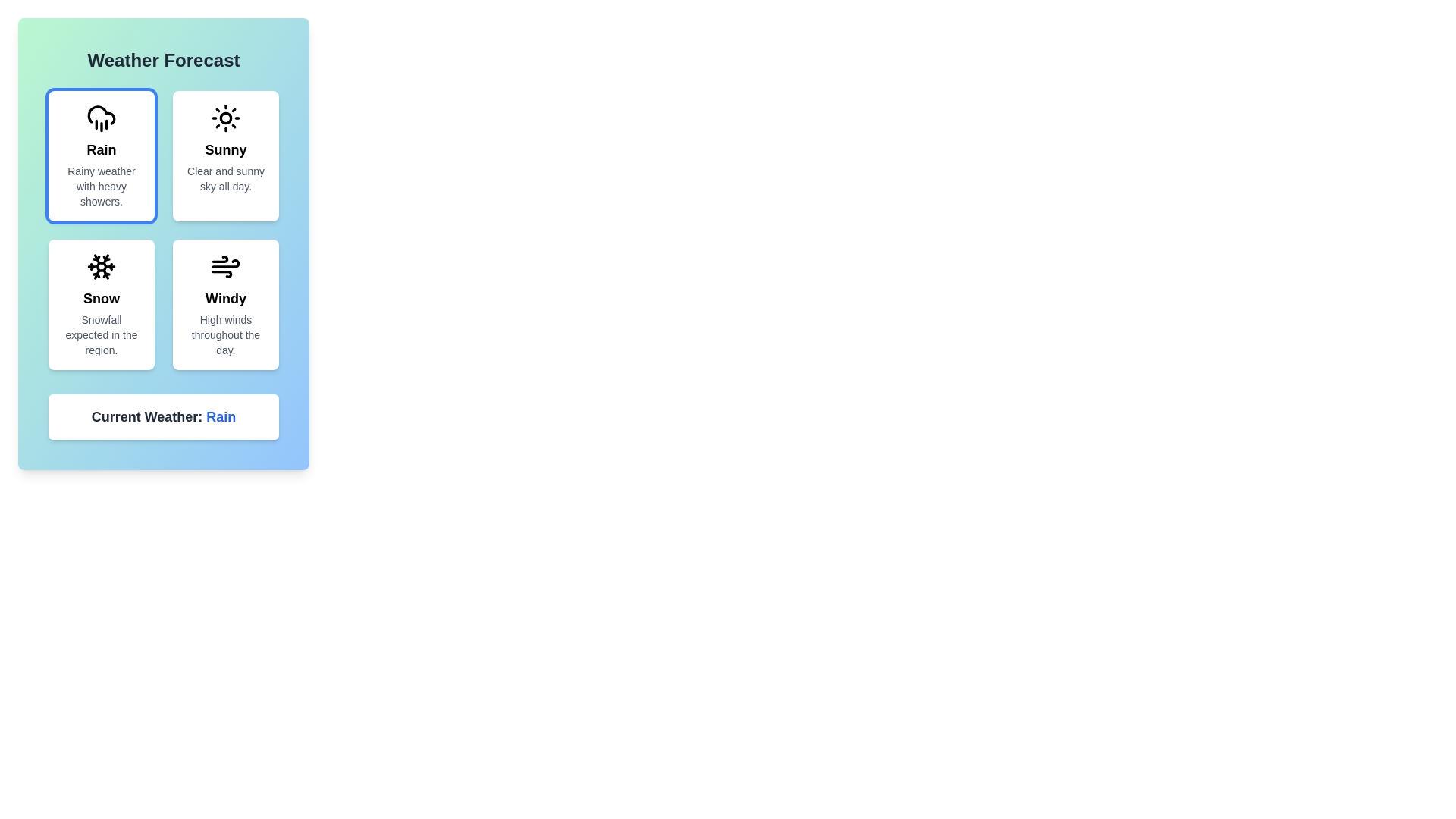 Image resolution: width=1456 pixels, height=819 pixels. I want to click on the Static Label displaying the text 'Rain', which is styled in bold and large font, located centrally in the first weather forecast card below the rainy weather icon, so click(101, 149).